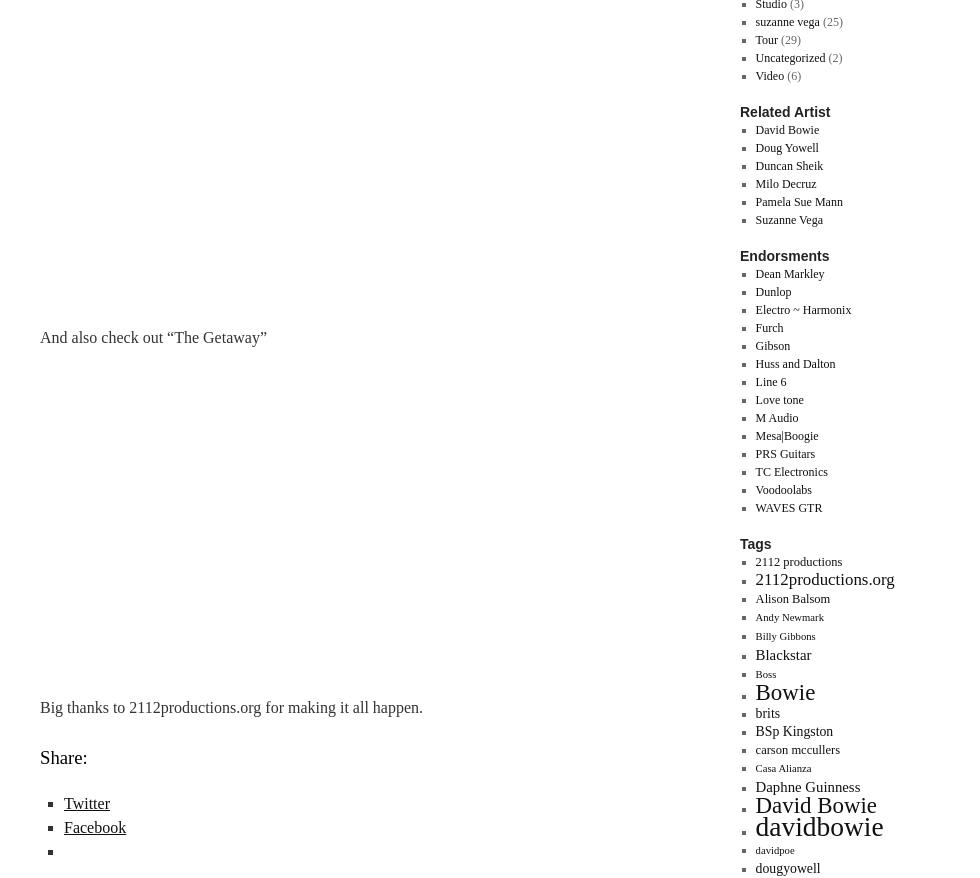  What do you see at coordinates (769, 328) in the screenshot?
I see `'Furch'` at bounding box center [769, 328].